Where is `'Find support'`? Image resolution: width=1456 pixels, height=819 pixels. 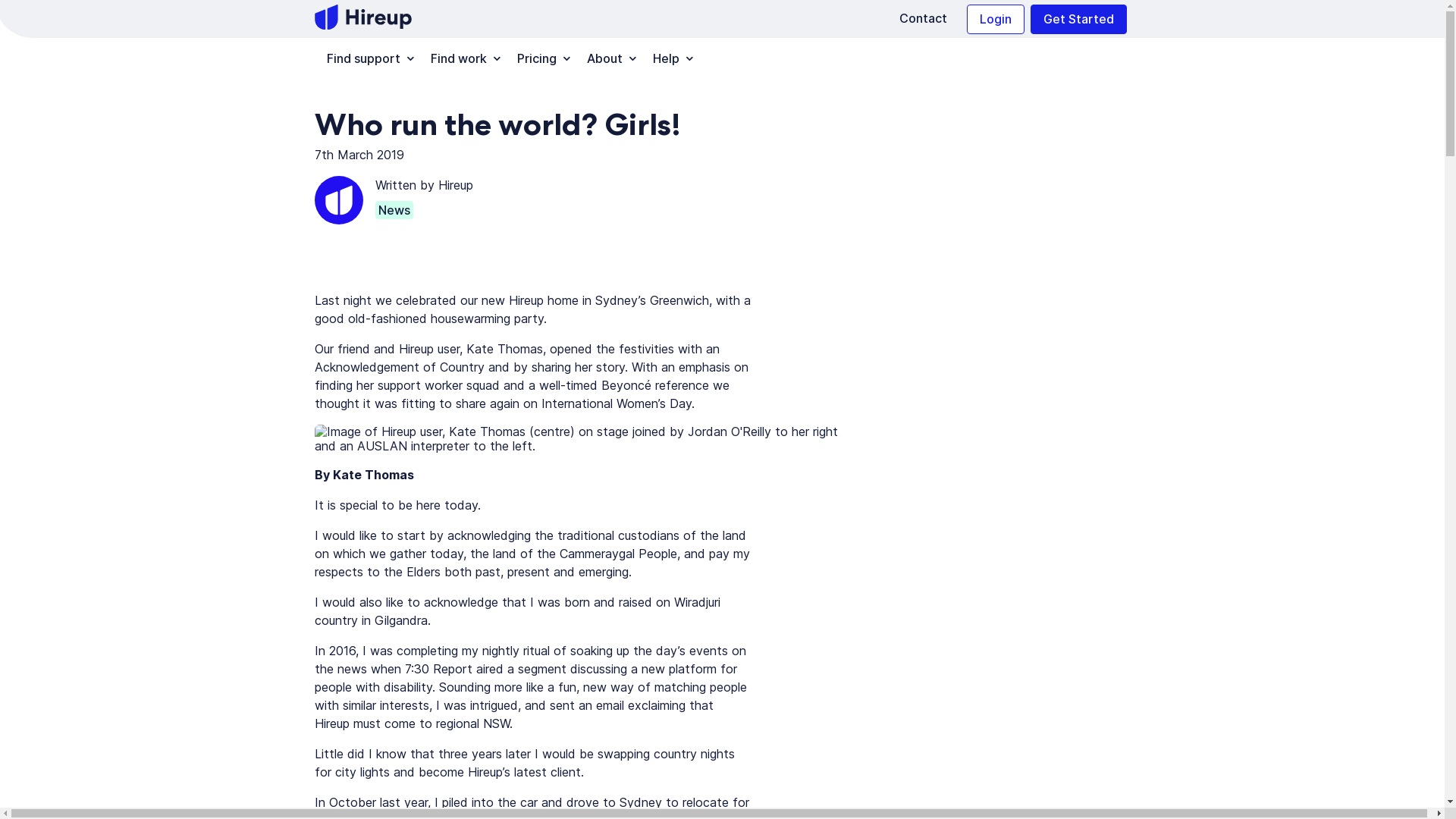
'Find support' is located at coordinates (366, 58).